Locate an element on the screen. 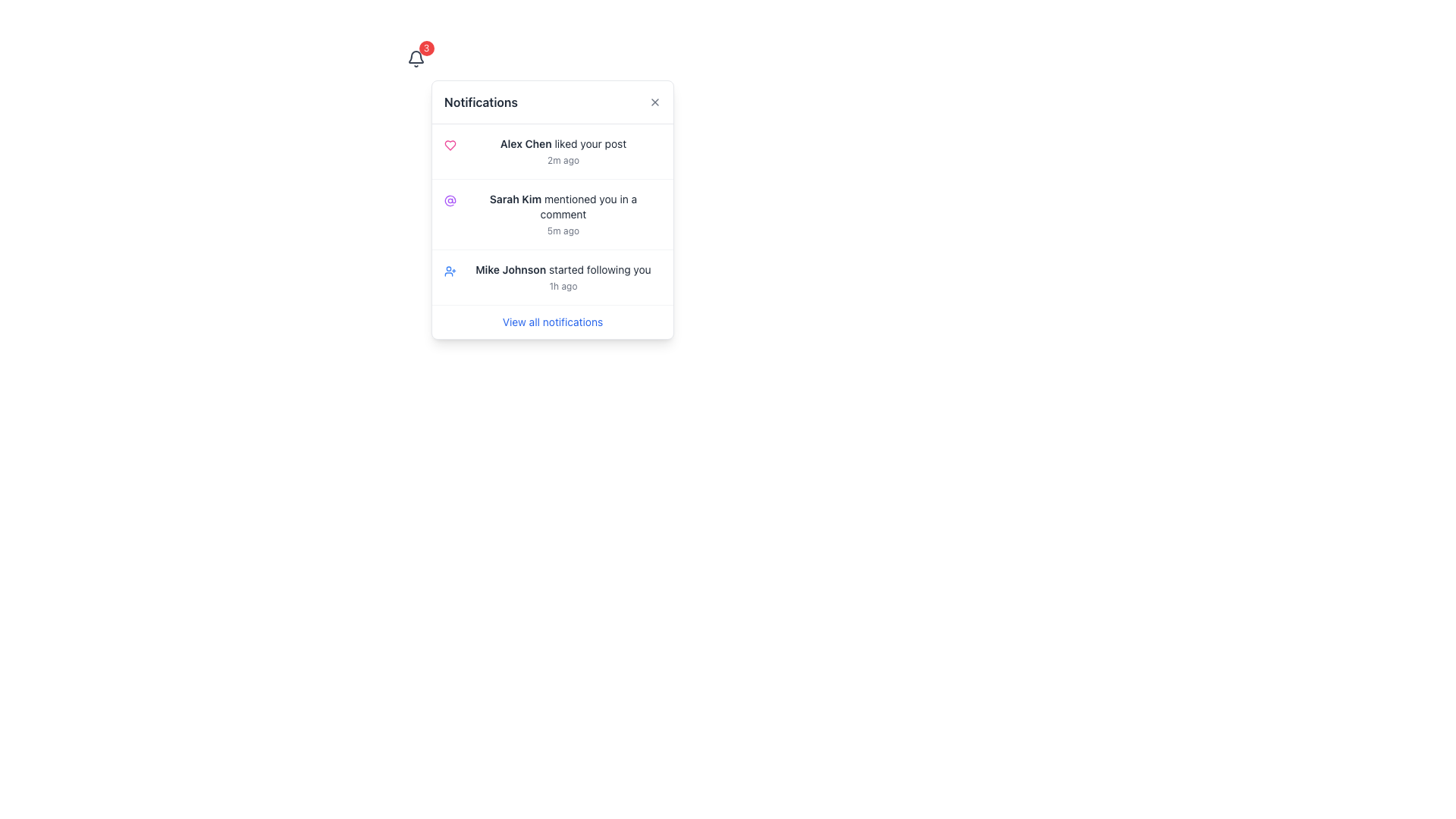  the circular purple icon with an '@' sign that is located next to the notification text 'Sarah Kim mentioned you in a comment.' is located at coordinates (450, 200).